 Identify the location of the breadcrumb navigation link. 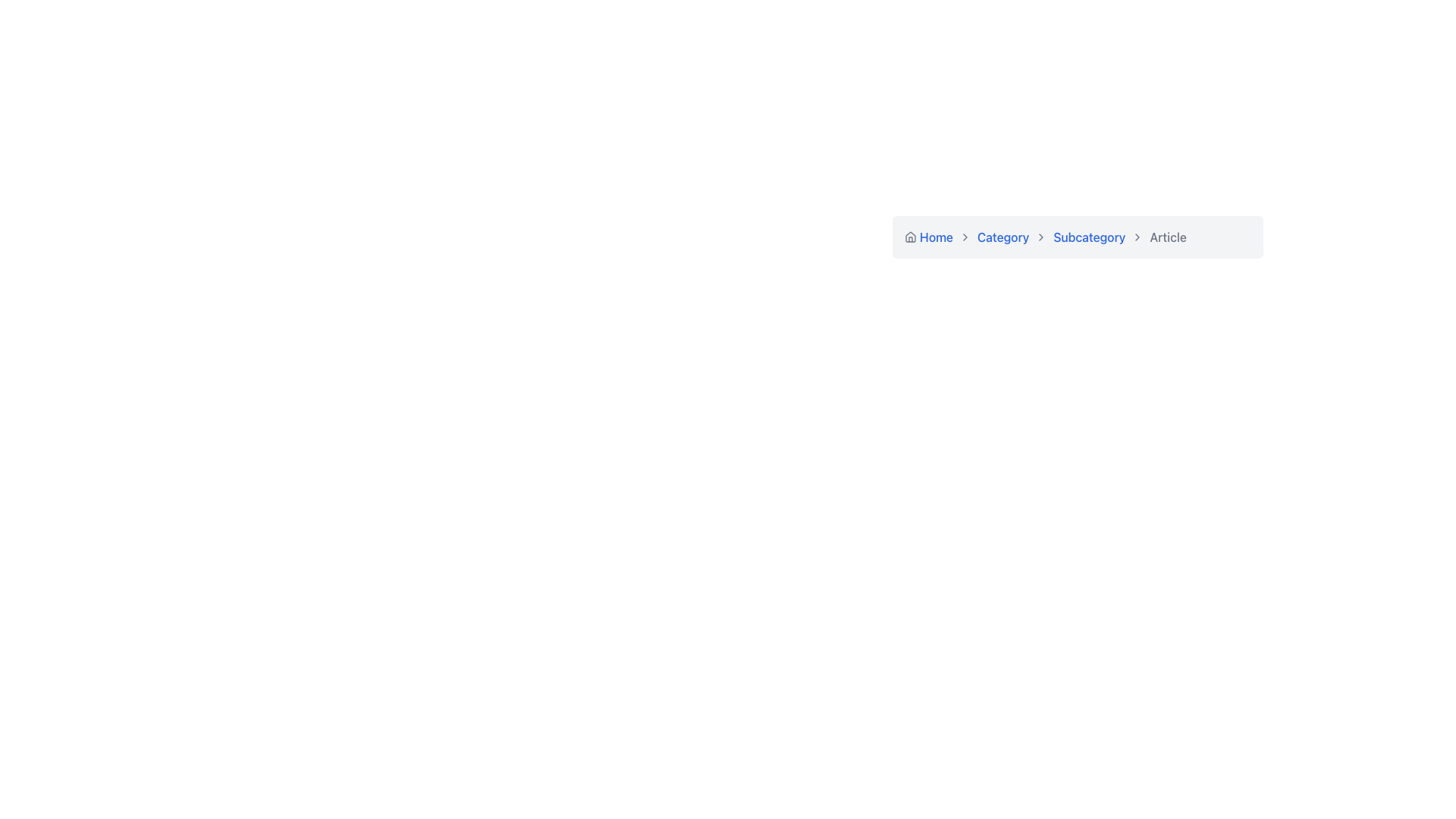
(1077, 237).